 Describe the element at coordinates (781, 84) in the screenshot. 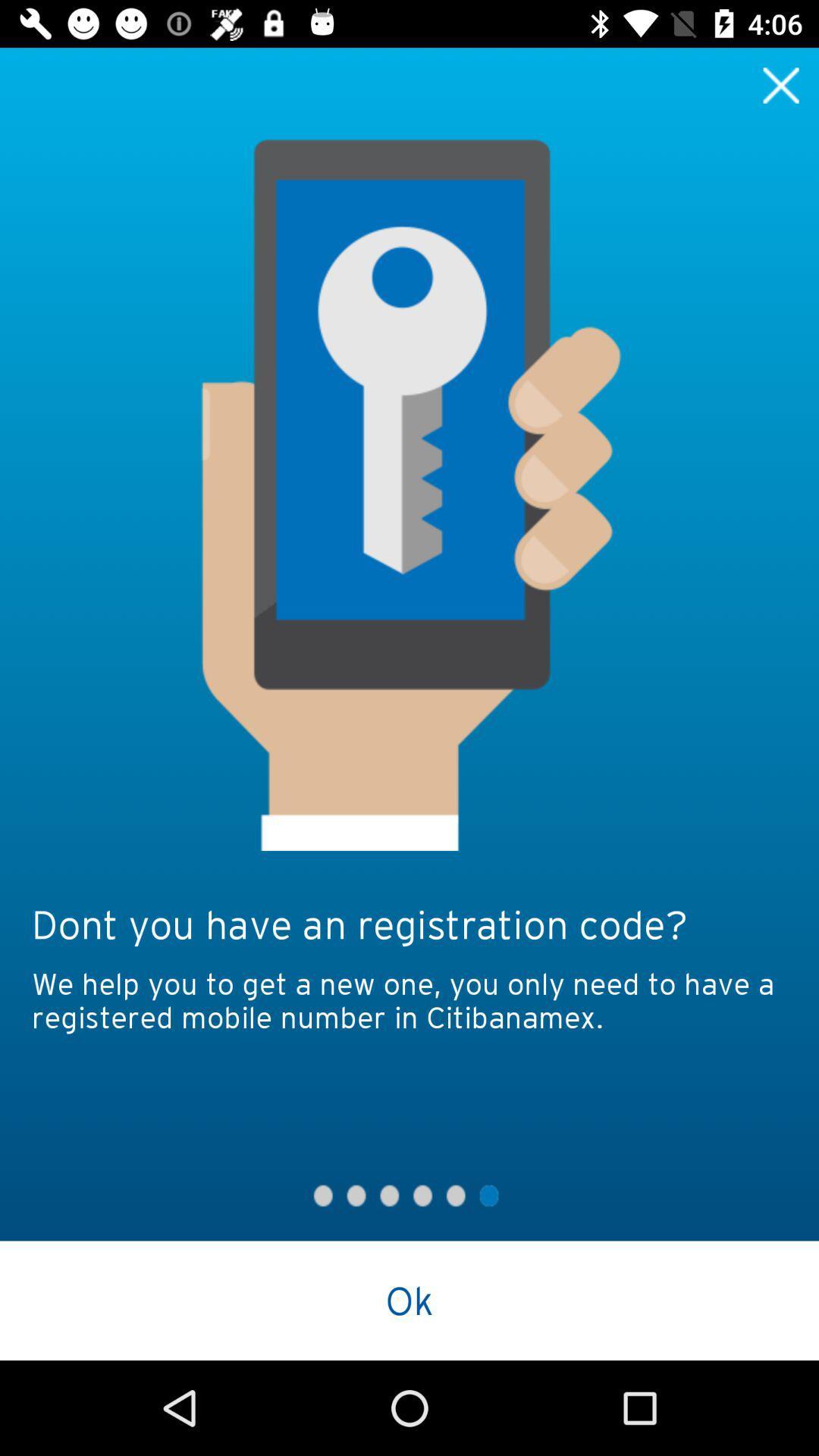

I see `this page` at that location.